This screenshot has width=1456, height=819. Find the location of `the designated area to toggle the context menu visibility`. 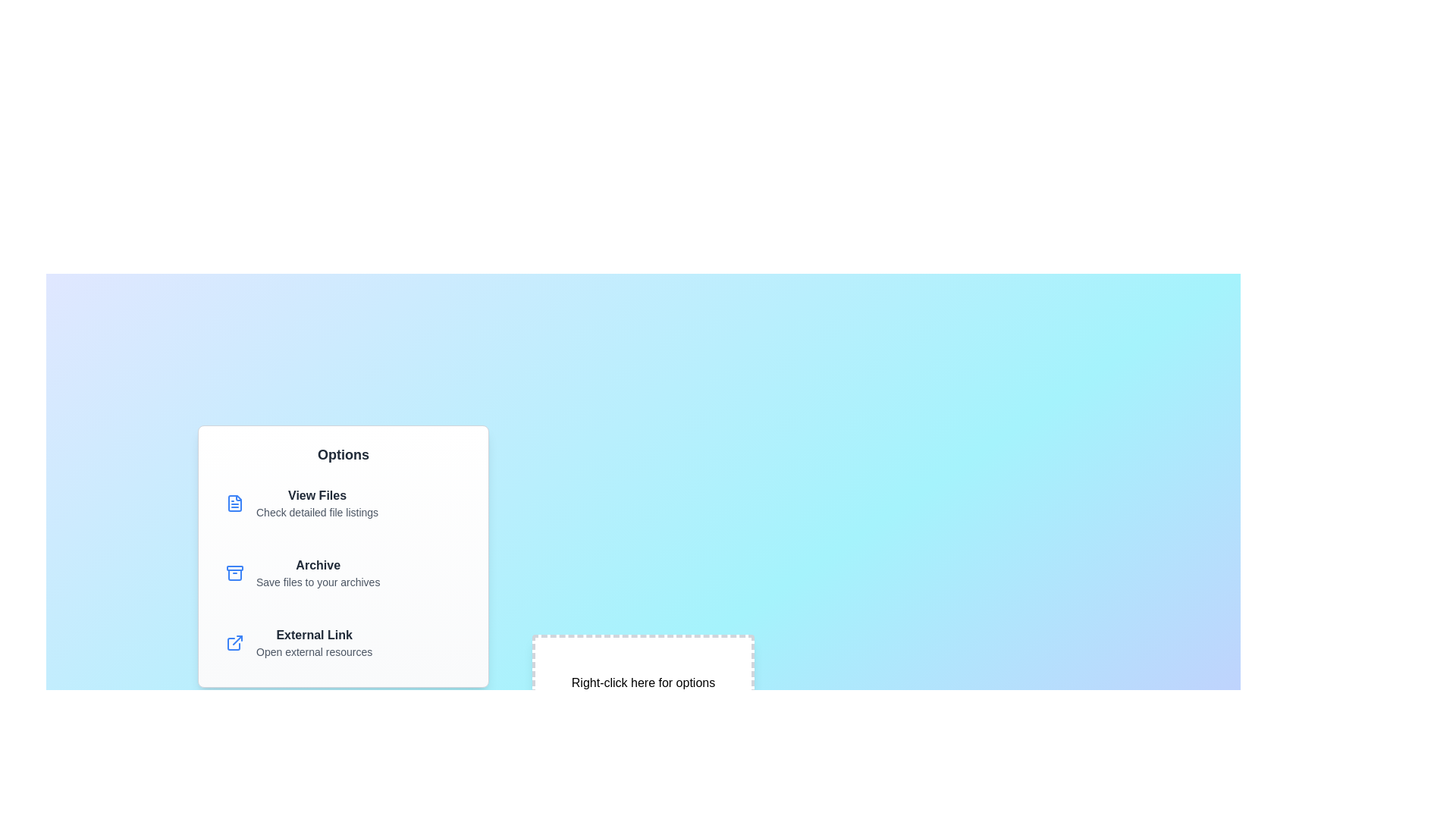

the designated area to toggle the context menu visibility is located at coordinates (643, 683).